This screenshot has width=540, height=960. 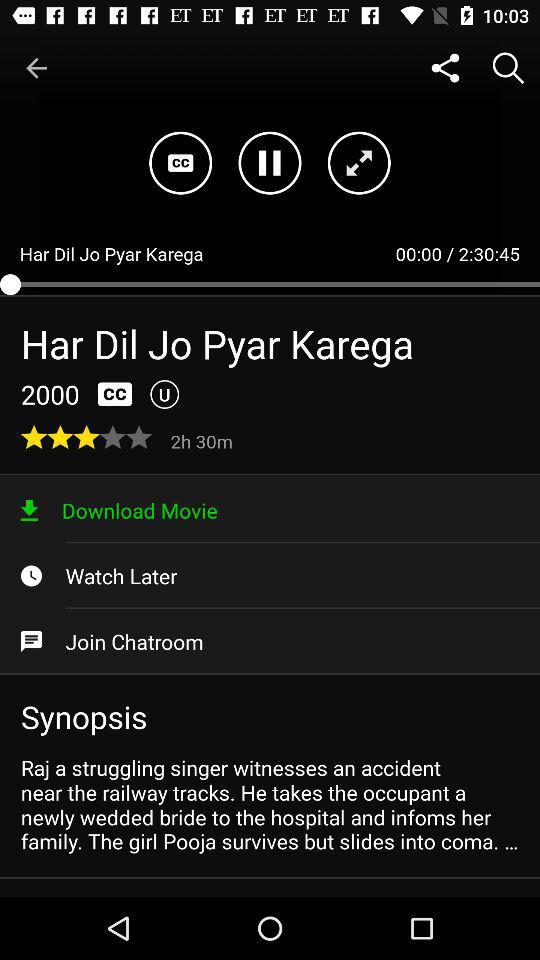 What do you see at coordinates (203, 440) in the screenshot?
I see `2h 30m  item` at bounding box center [203, 440].